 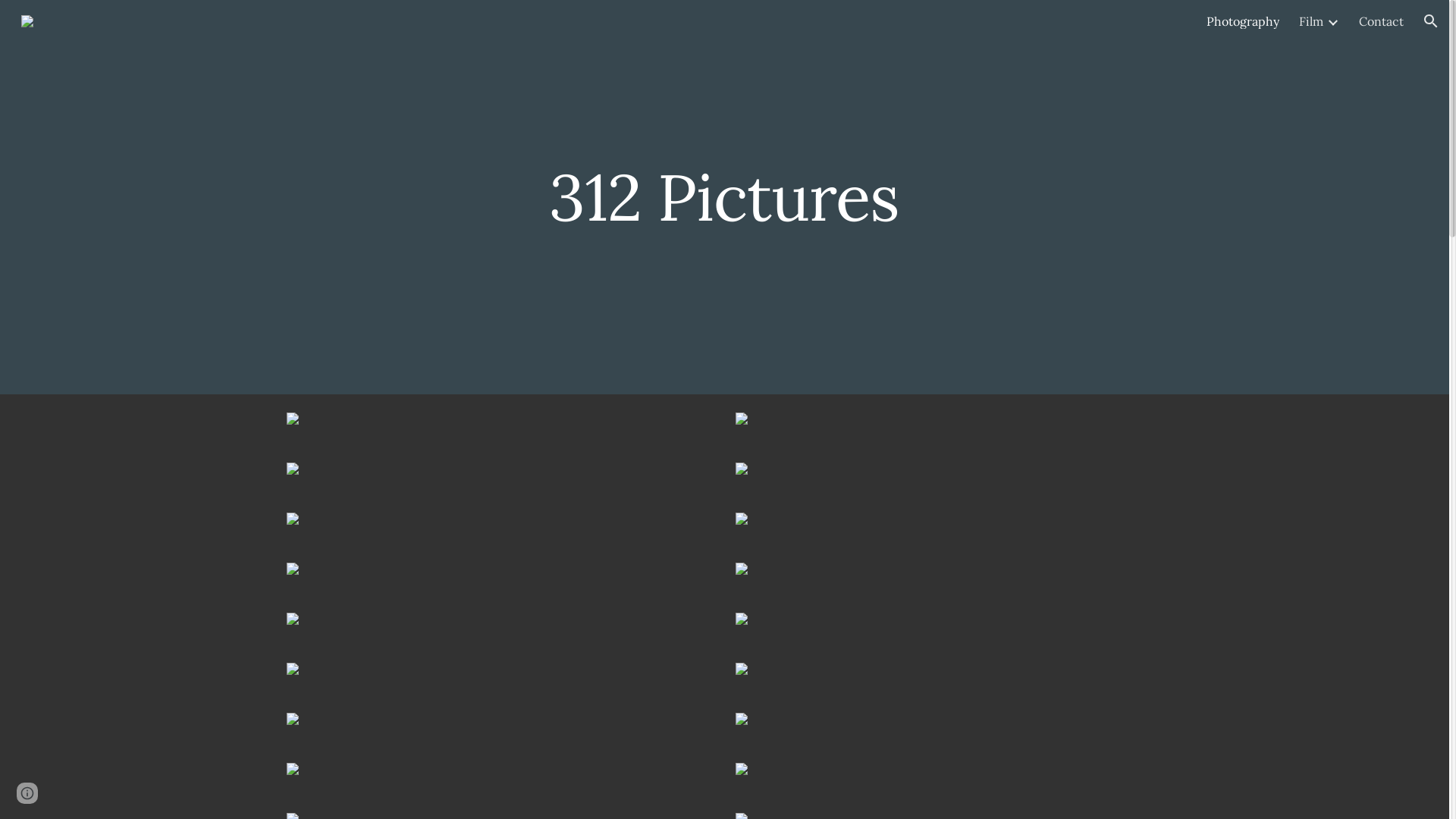 I want to click on 'Expand/Collapse', so click(x=1331, y=20).